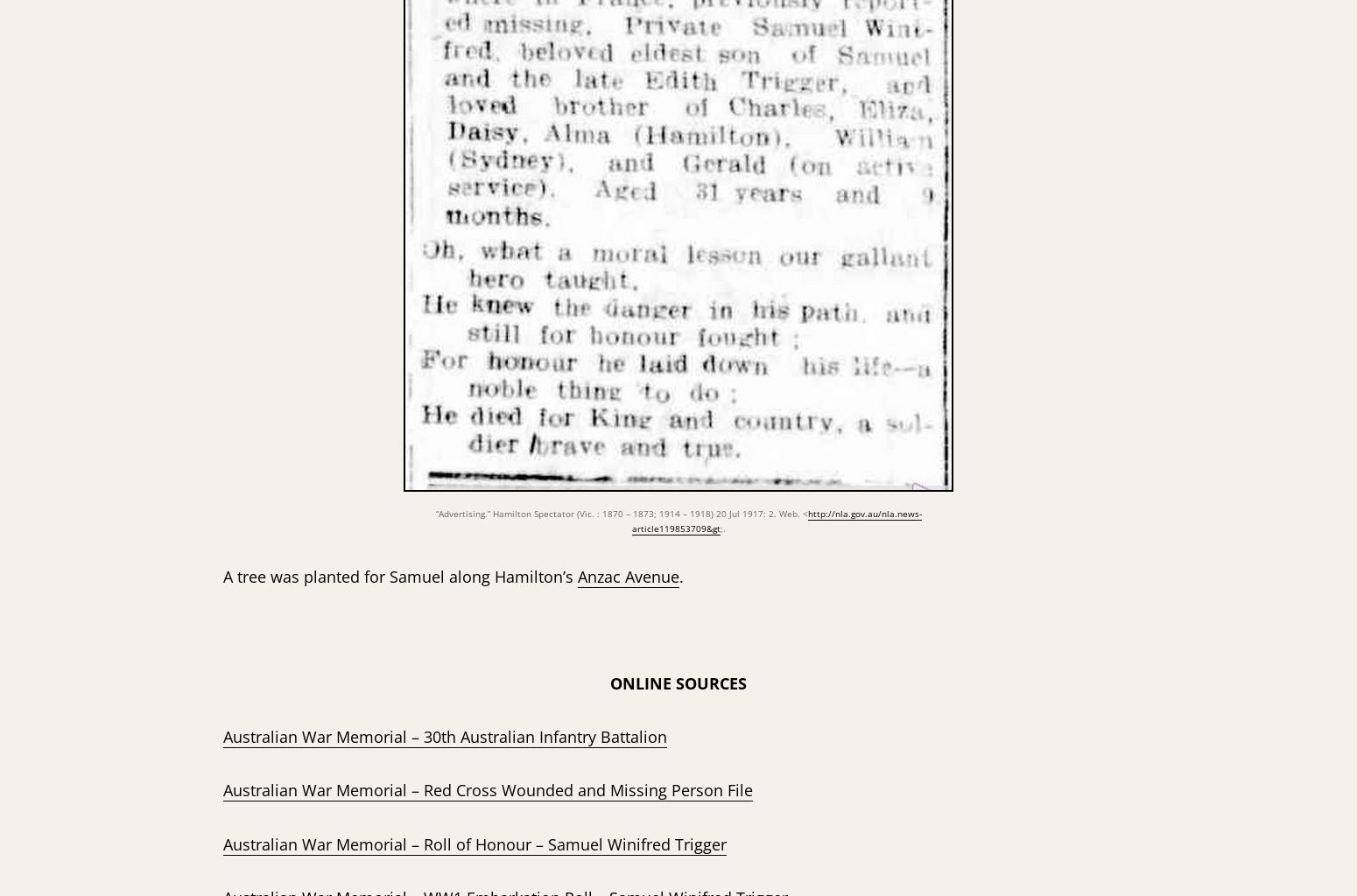 This screenshot has width=1357, height=896. What do you see at coordinates (488, 788) in the screenshot?
I see `'Australian War Memorial – Red Cross Wounded and Missing Person File'` at bounding box center [488, 788].